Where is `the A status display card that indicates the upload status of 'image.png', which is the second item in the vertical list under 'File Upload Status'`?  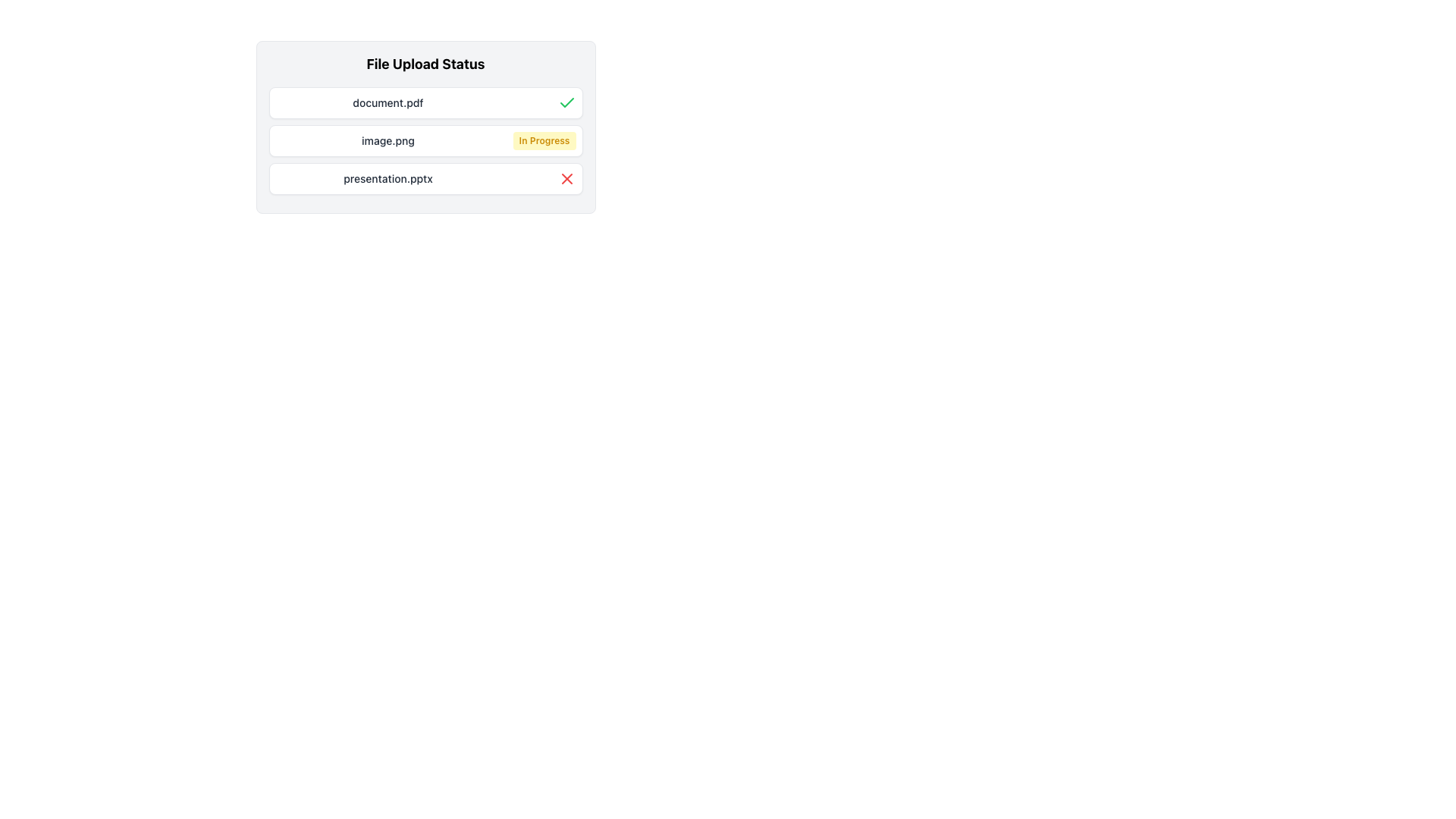 the A status display card that indicates the upload status of 'image.png', which is the second item in the vertical list under 'File Upload Status' is located at coordinates (425, 140).